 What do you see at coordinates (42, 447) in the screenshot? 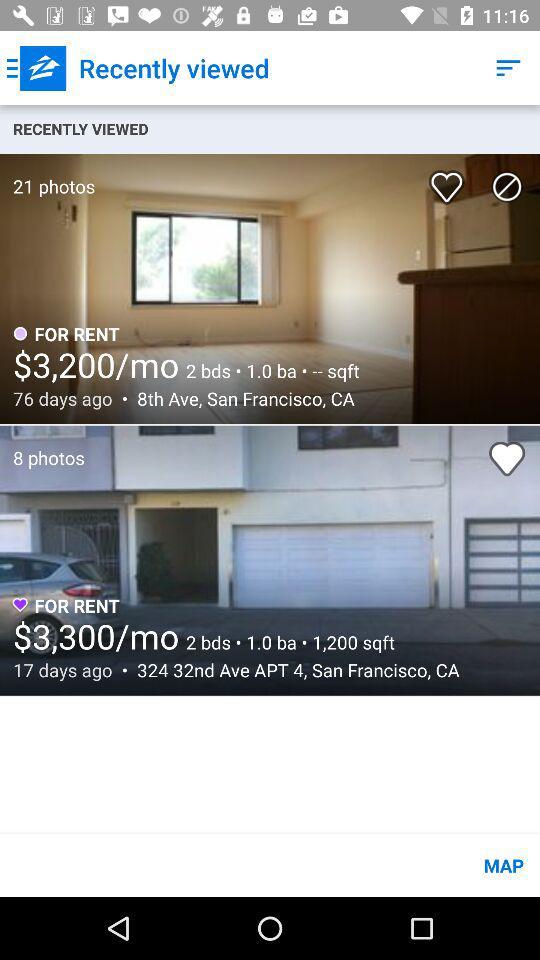
I see `8 photos icon` at bounding box center [42, 447].